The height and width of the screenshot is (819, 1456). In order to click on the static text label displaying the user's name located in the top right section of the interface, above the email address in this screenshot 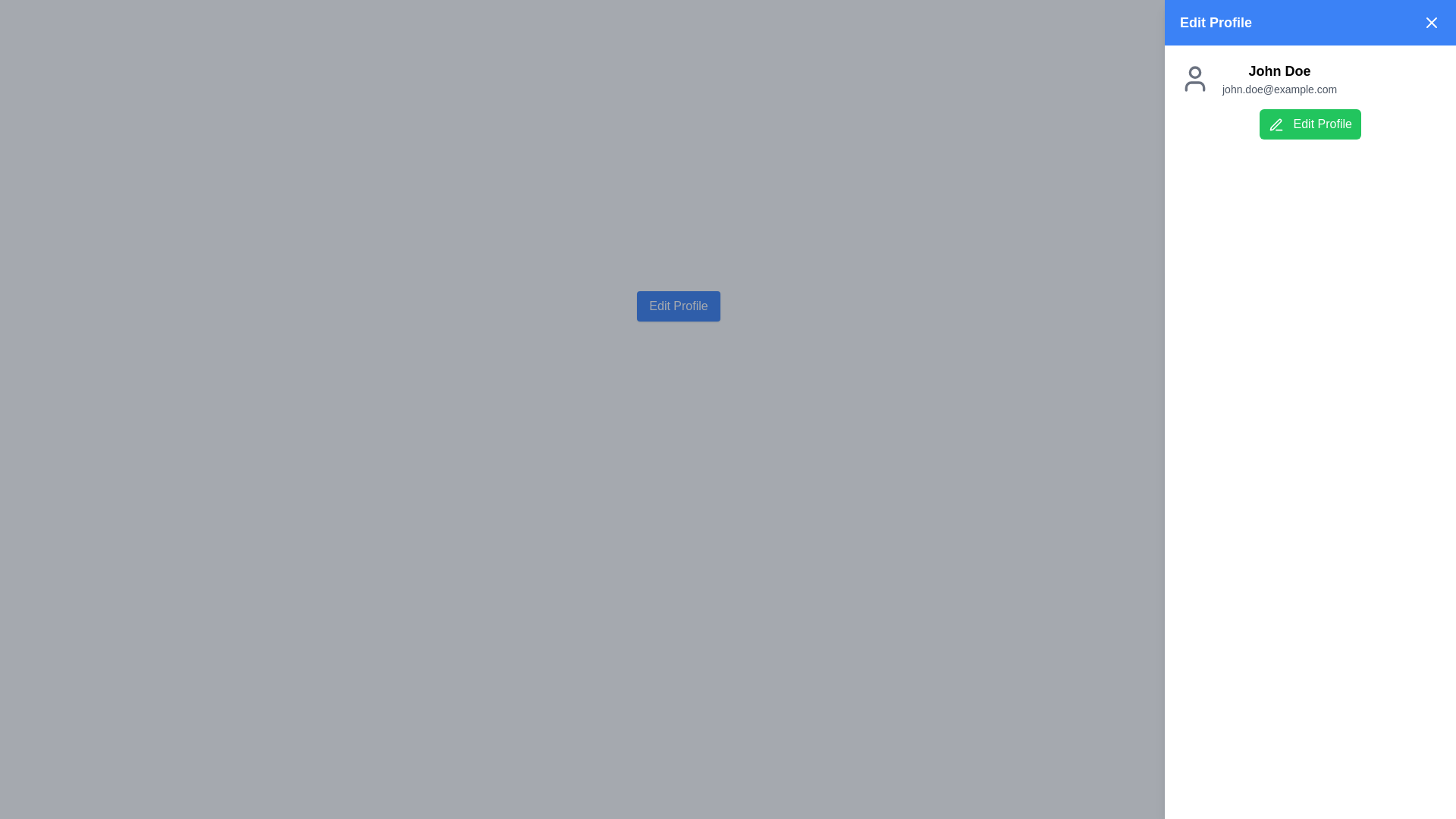, I will do `click(1279, 71)`.